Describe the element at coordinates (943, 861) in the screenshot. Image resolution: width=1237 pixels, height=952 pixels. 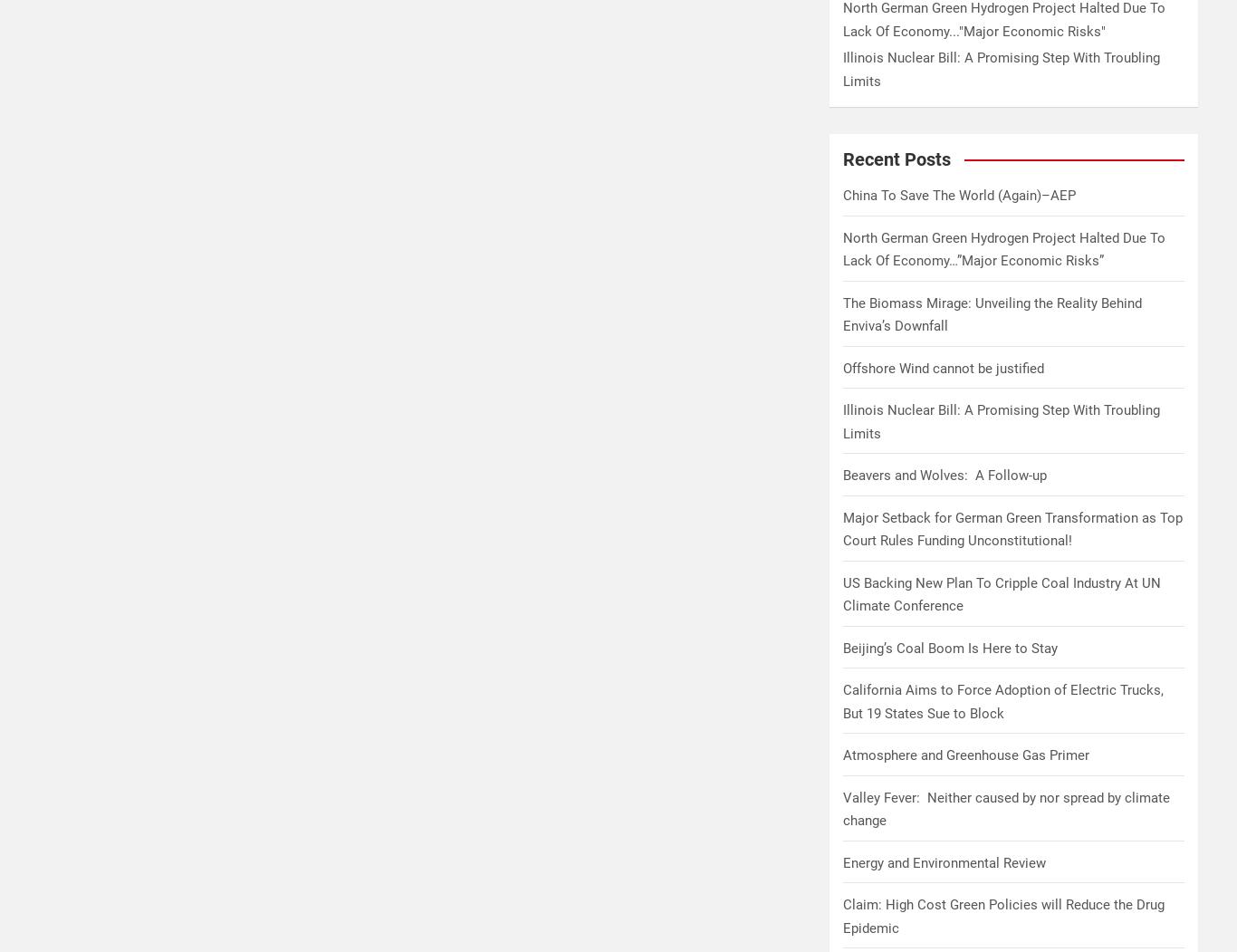
I see `'Energy and Environmental Review'` at that location.